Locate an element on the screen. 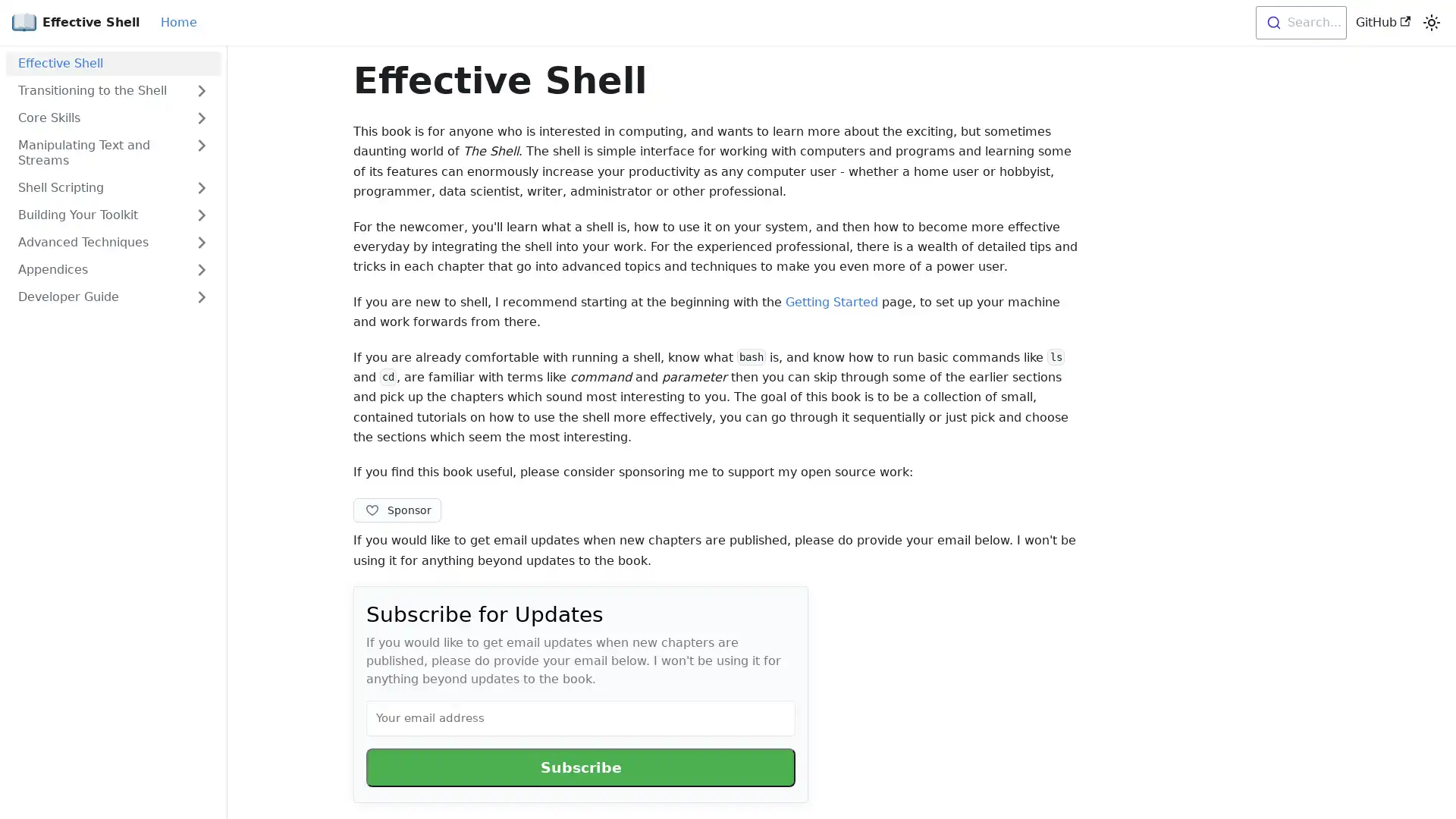  Toggle the collapsible sidebar category 'Manipulating Text and Streams' is located at coordinates (200, 152).